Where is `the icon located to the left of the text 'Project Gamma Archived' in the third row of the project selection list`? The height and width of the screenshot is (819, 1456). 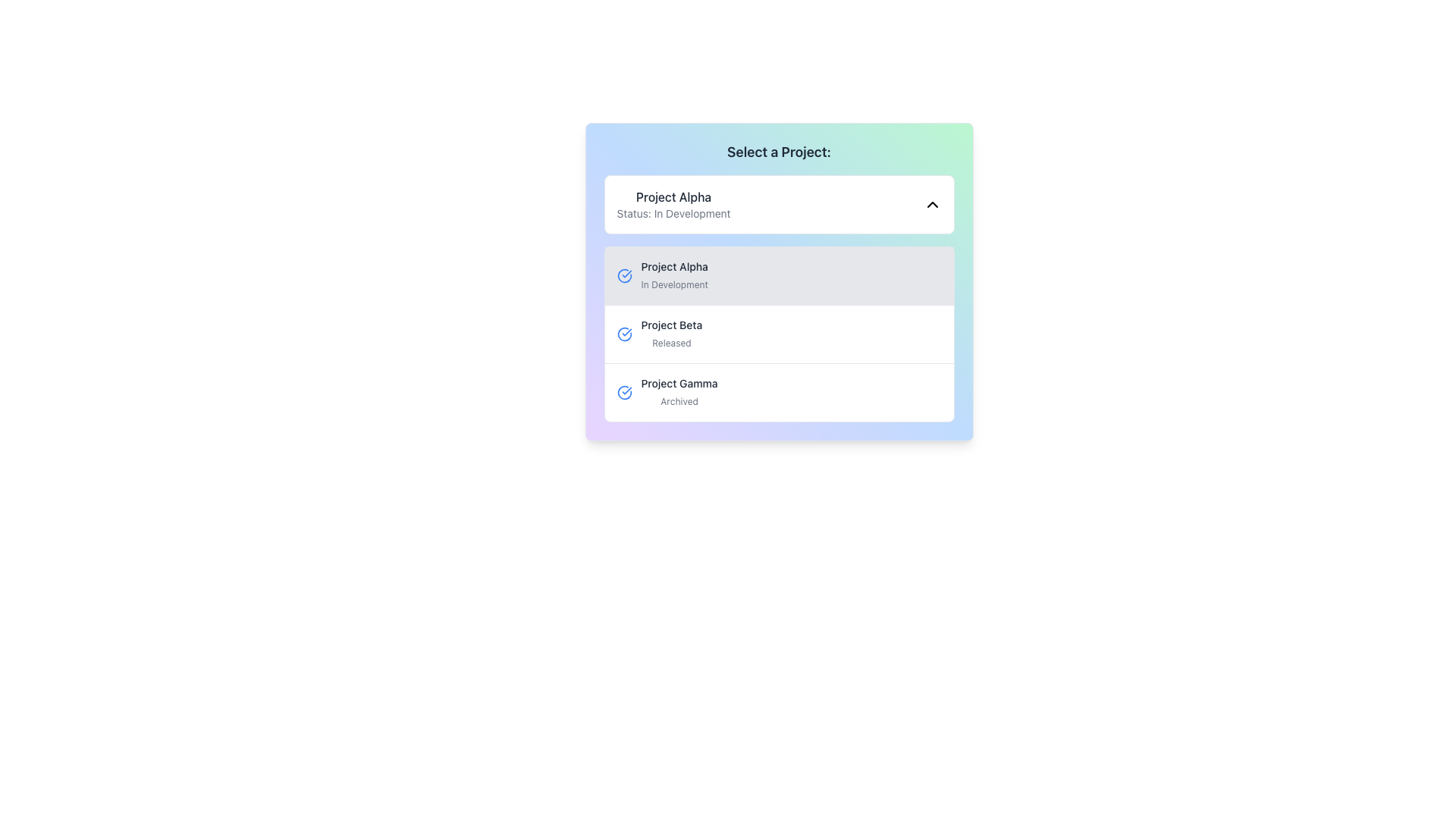 the icon located to the left of the text 'Project Gamma Archived' in the third row of the project selection list is located at coordinates (624, 391).